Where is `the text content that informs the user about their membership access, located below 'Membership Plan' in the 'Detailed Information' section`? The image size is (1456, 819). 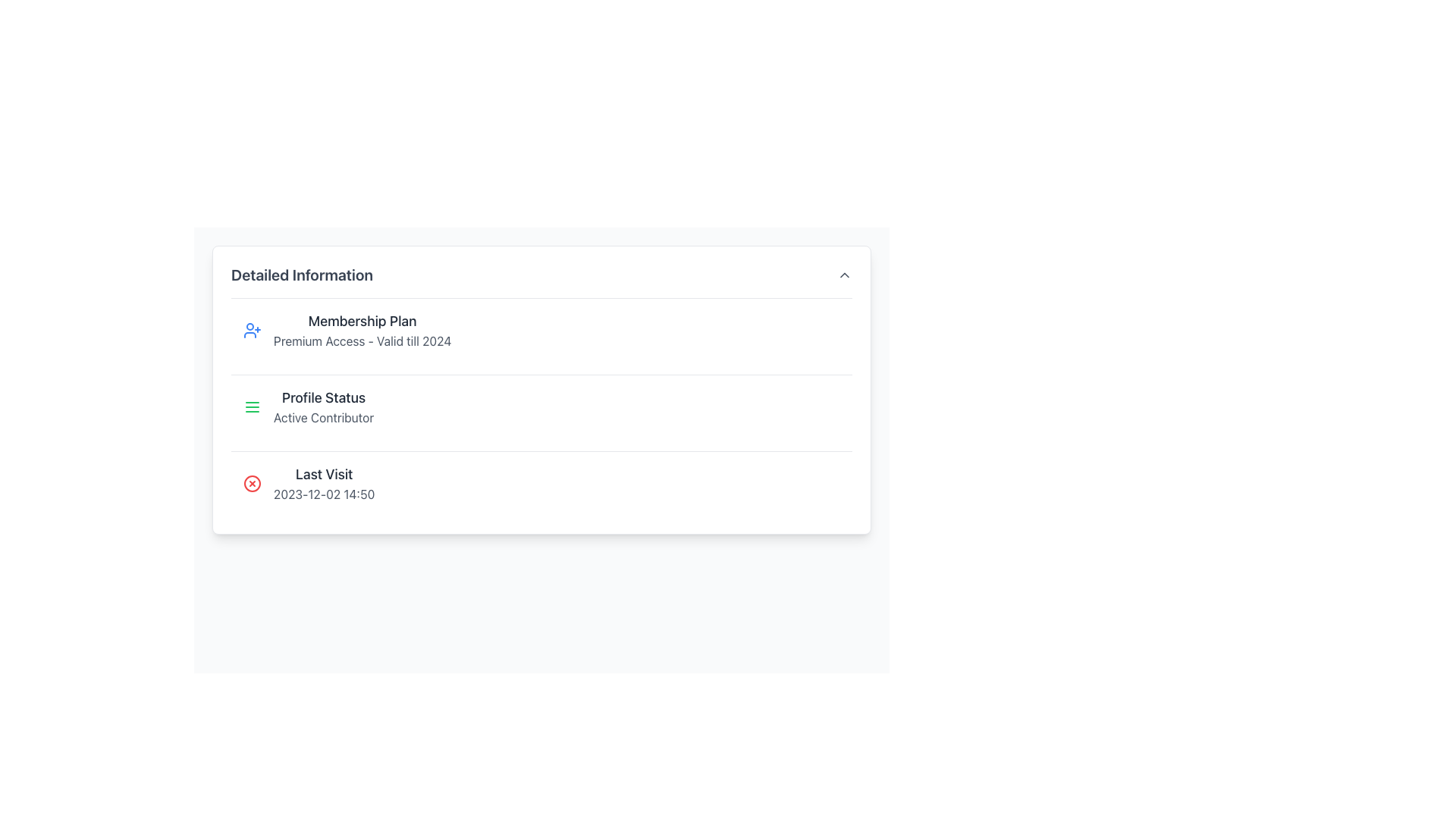 the text content that informs the user about their membership access, located below 'Membership Plan' in the 'Detailed Information' section is located at coordinates (362, 341).